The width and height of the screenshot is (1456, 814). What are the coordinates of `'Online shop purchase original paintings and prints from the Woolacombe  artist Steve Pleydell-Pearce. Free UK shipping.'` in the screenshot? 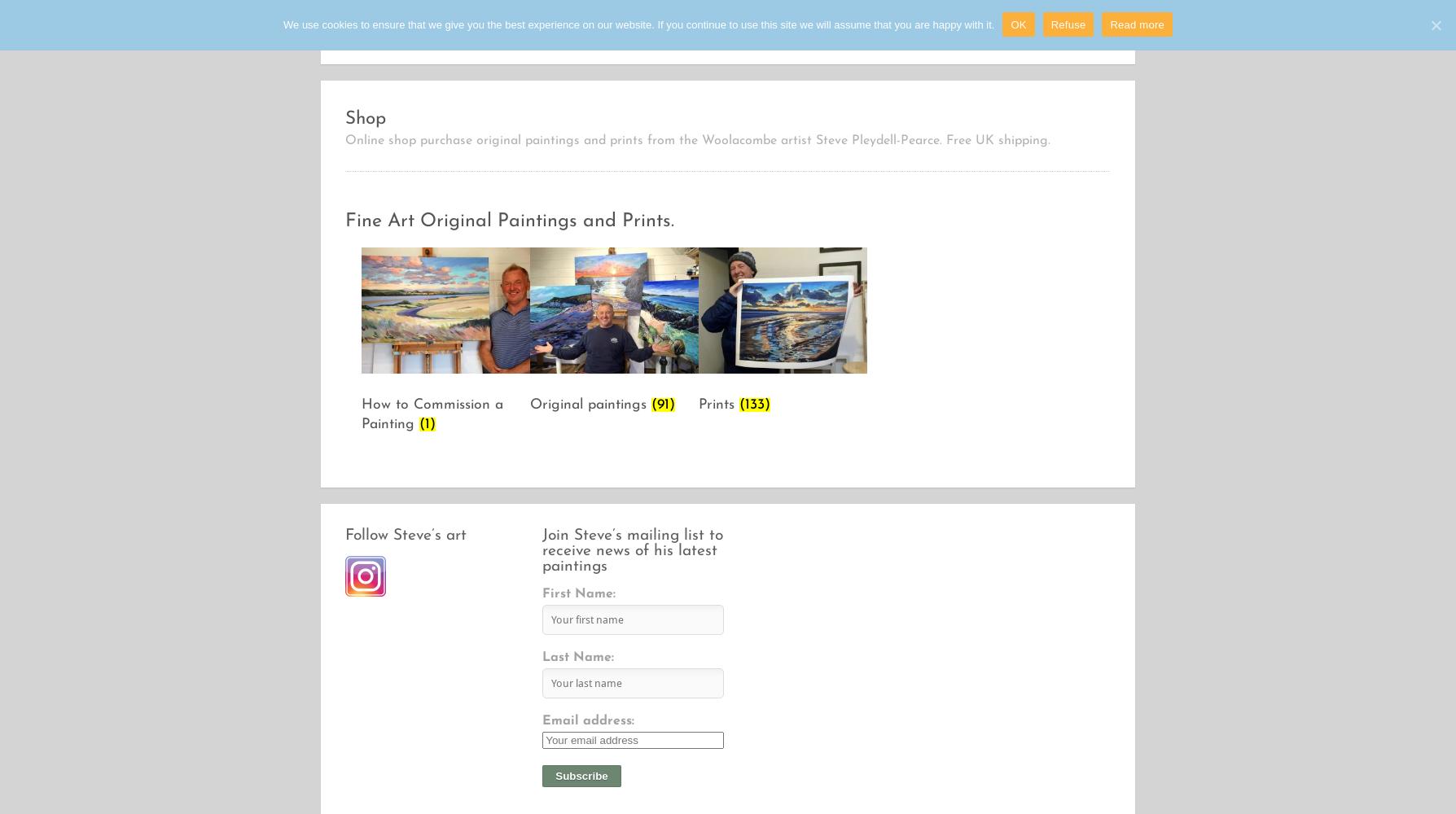 It's located at (696, 140).